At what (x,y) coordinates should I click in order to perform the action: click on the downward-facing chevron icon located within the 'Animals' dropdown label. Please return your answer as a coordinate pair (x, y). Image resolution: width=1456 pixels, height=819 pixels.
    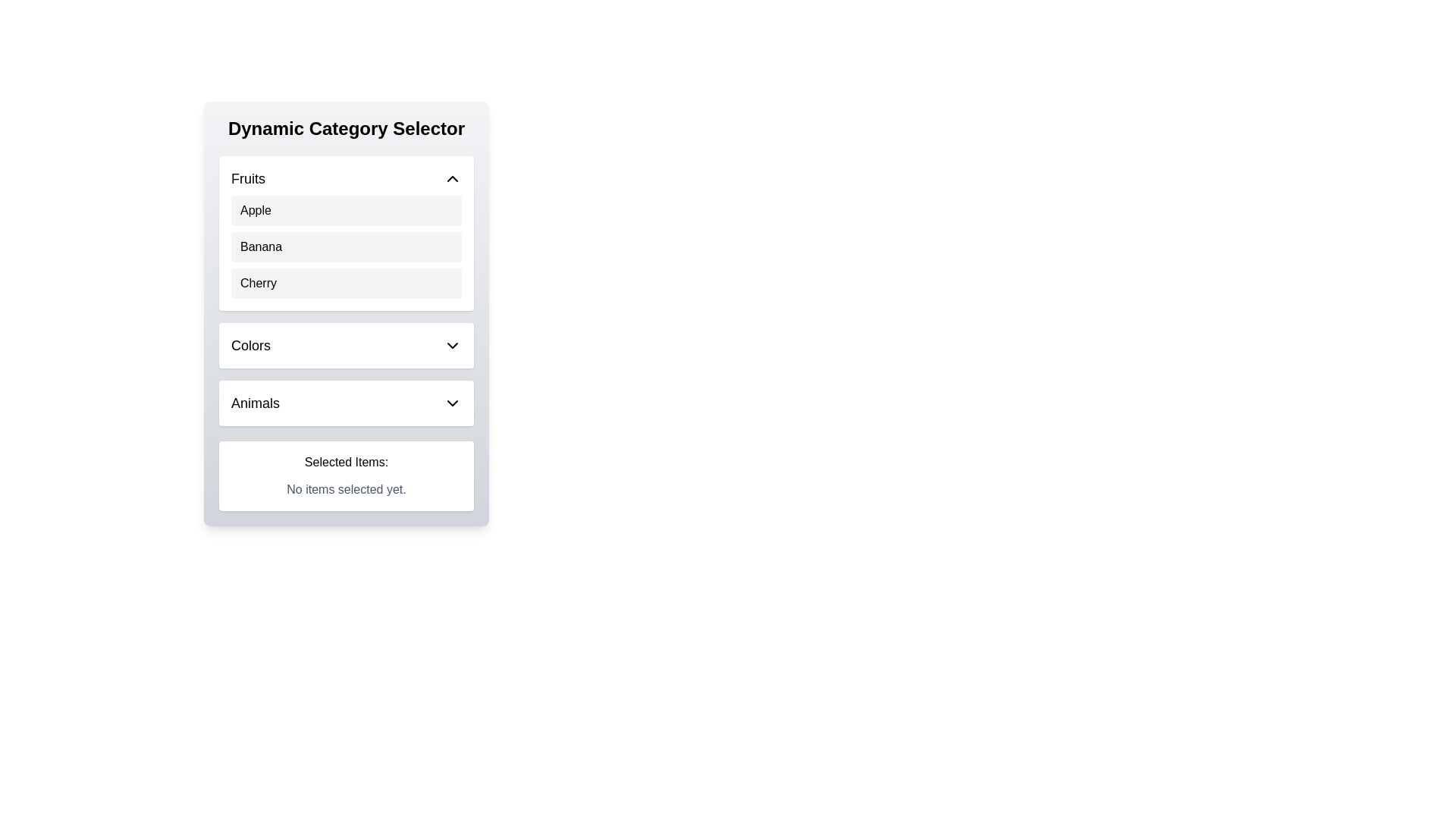
    Looking at the image, I should click on (451, 403).